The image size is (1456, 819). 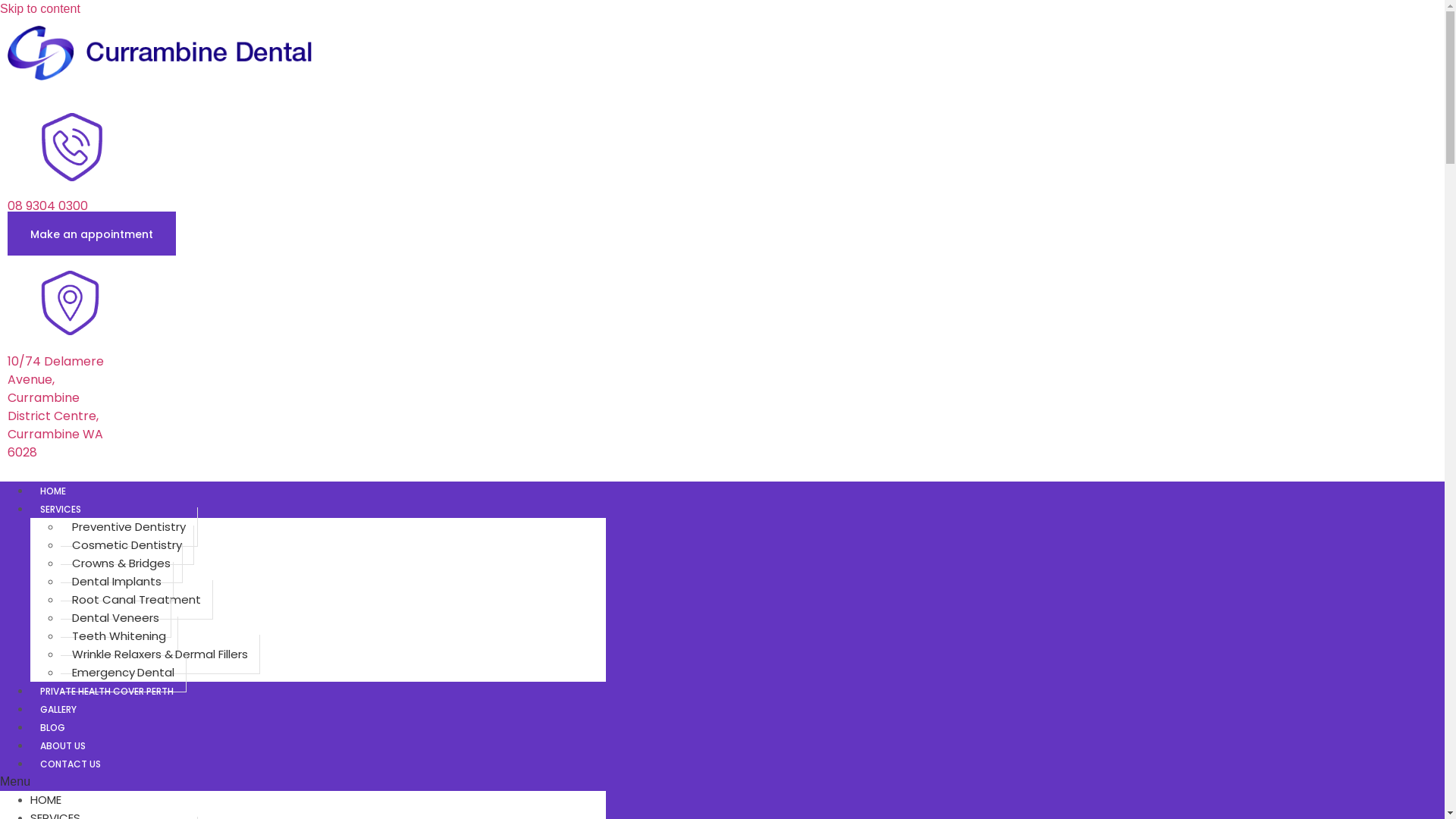 What do you see at coordinates (61, 636) in the screenshot?
I see `'Teeth Whitening'` at bounding box center [61, 636].